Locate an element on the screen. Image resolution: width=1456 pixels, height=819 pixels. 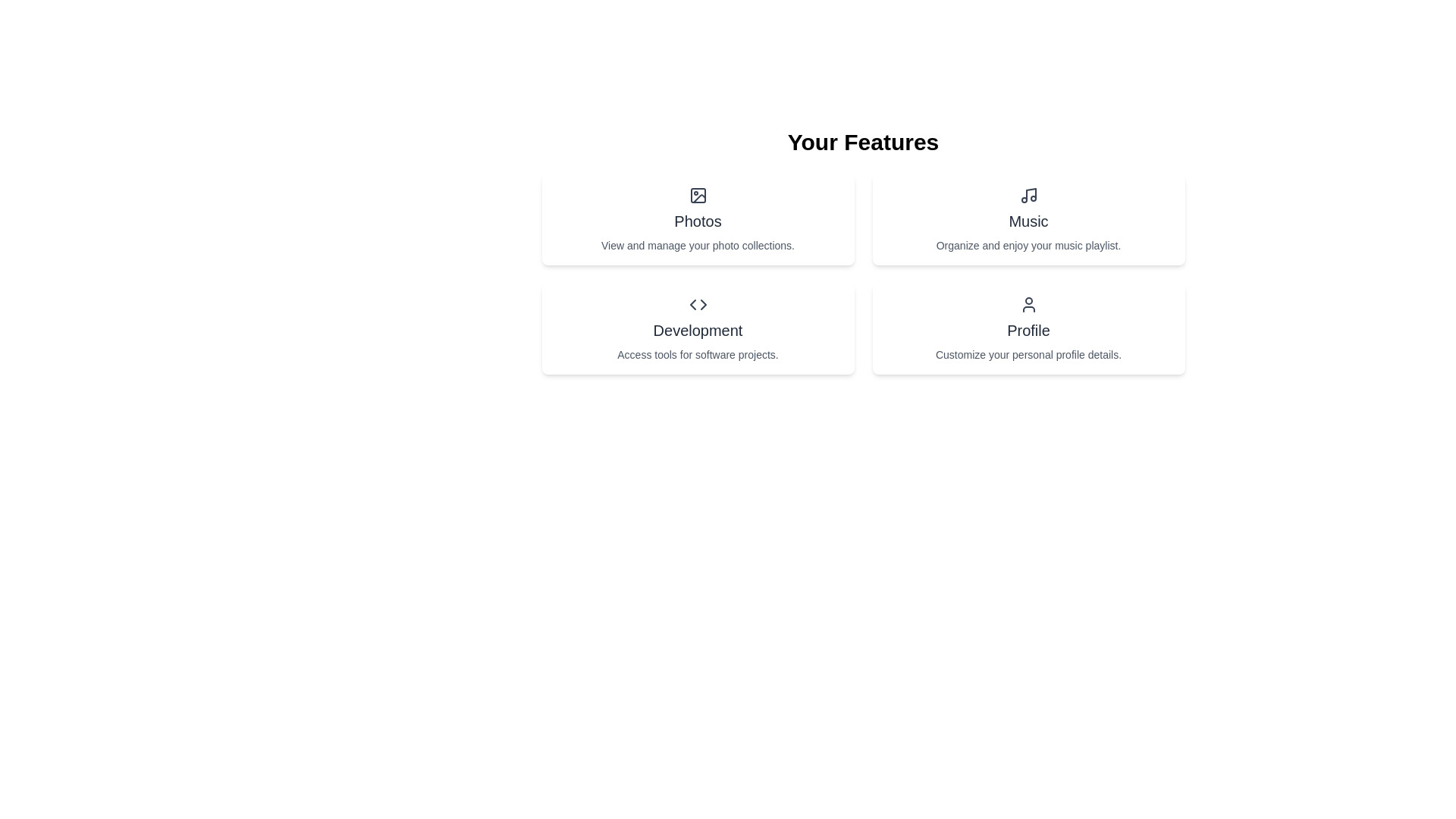
the Text Label that serves as a heading for customizing personal profile details, located in the middle column of a lower row in a 2x2 grid layout is located at coordinates (1028, 329).